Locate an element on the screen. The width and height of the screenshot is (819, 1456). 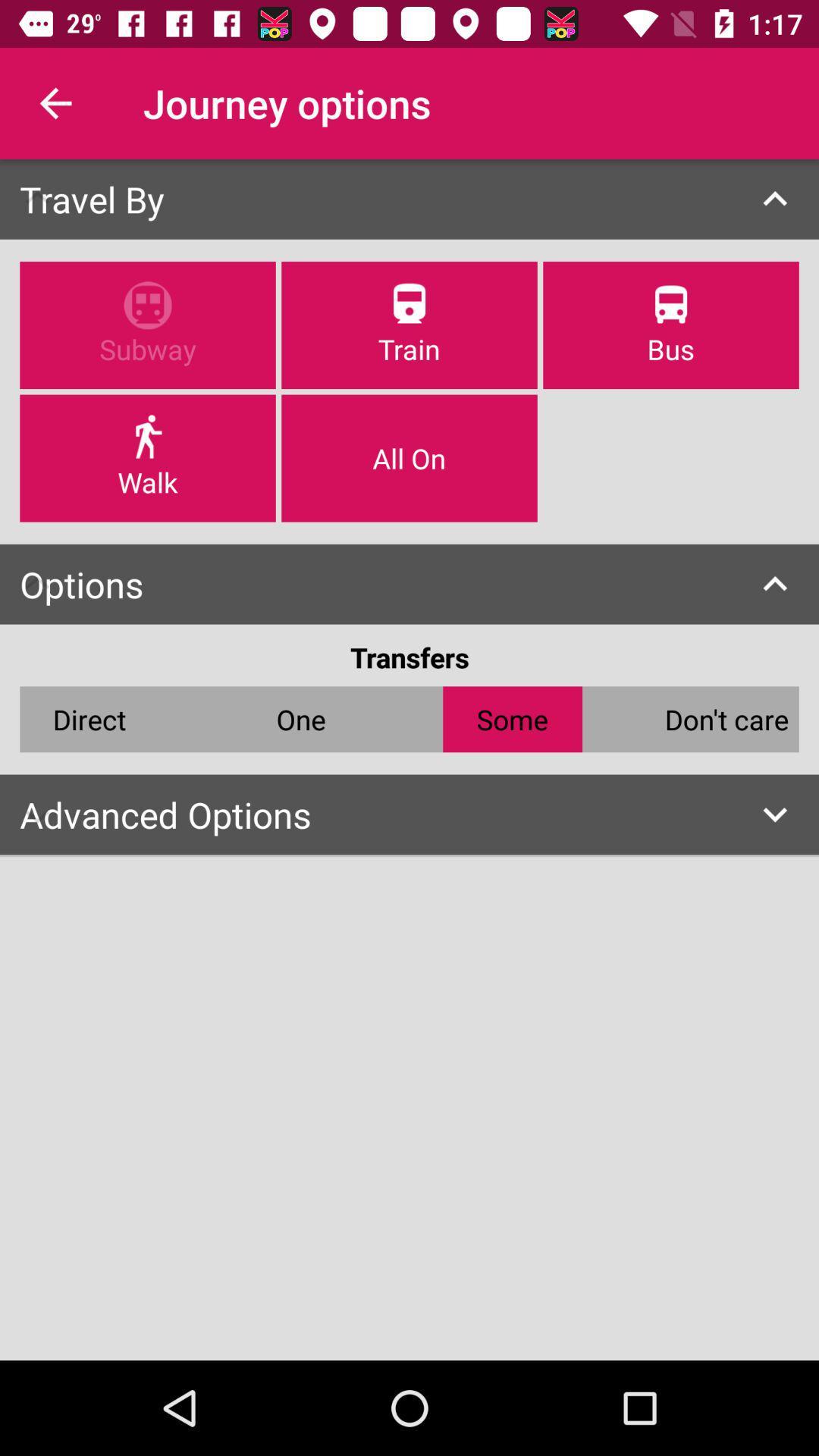
icon below transfers icon is located at coordinates (726, 718).